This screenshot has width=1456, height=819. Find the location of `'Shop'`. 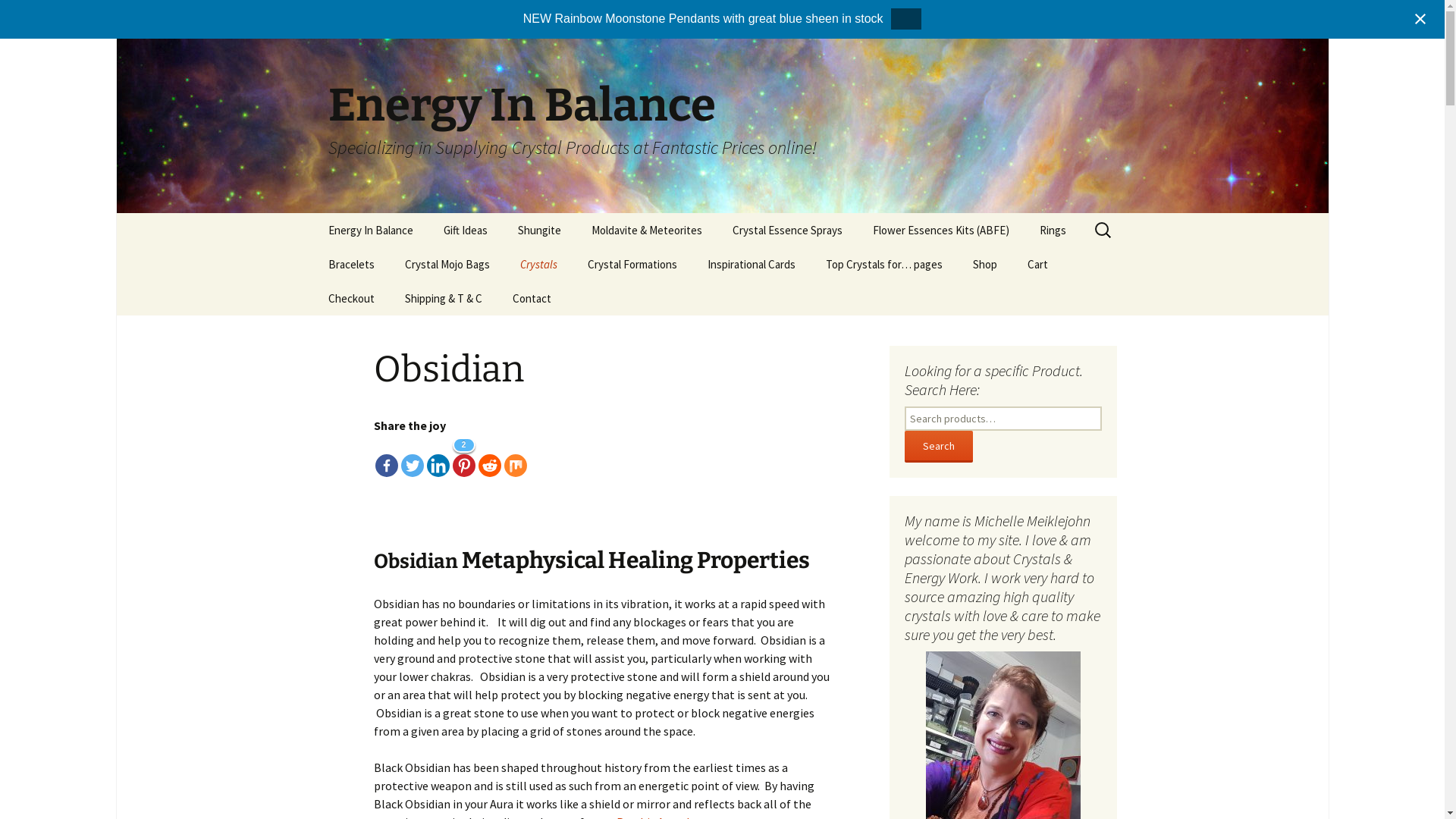

'Shop' is located at coordinates (984, 263).